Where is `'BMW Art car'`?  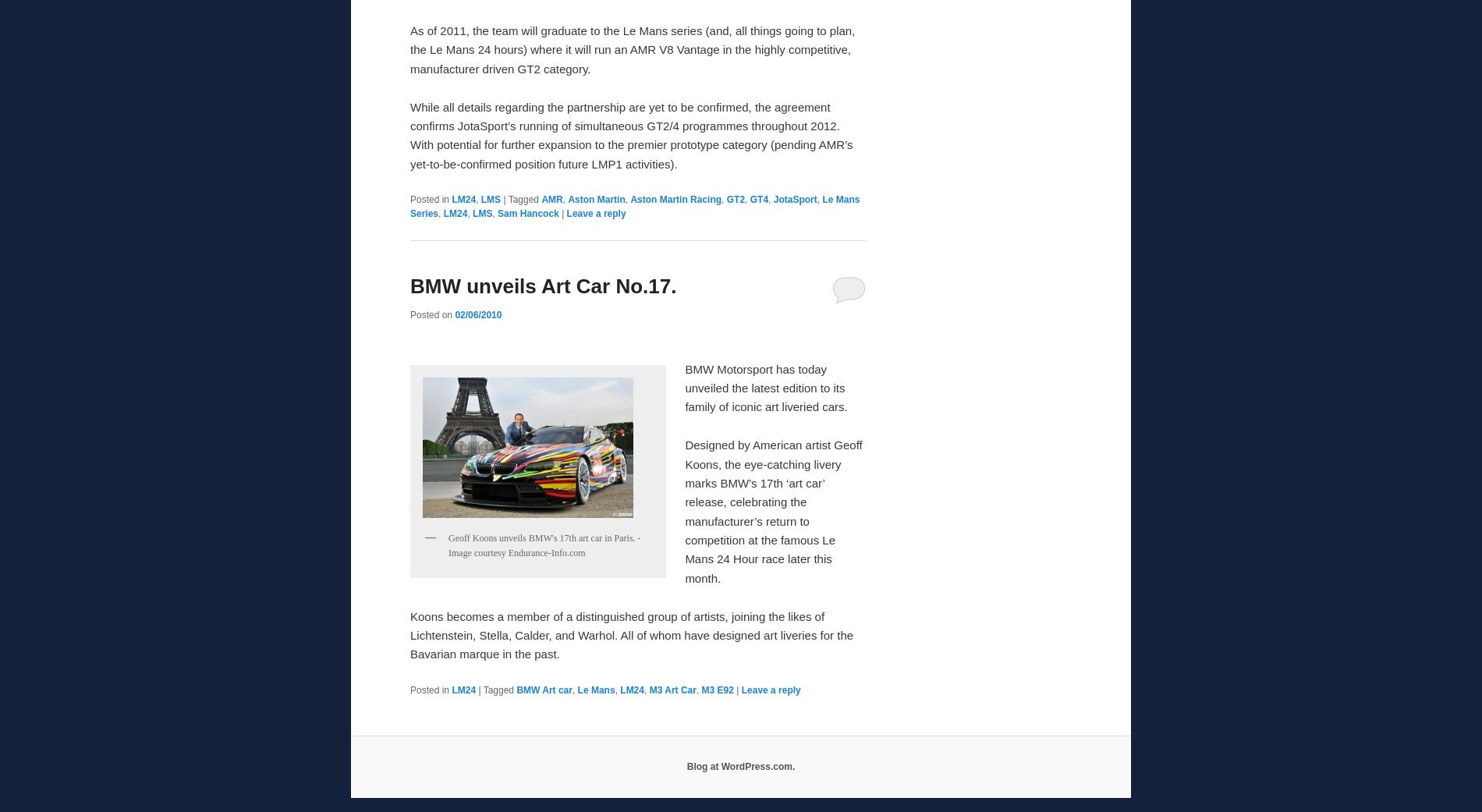 'BMW Art car' is located at coordinates (544, 689).